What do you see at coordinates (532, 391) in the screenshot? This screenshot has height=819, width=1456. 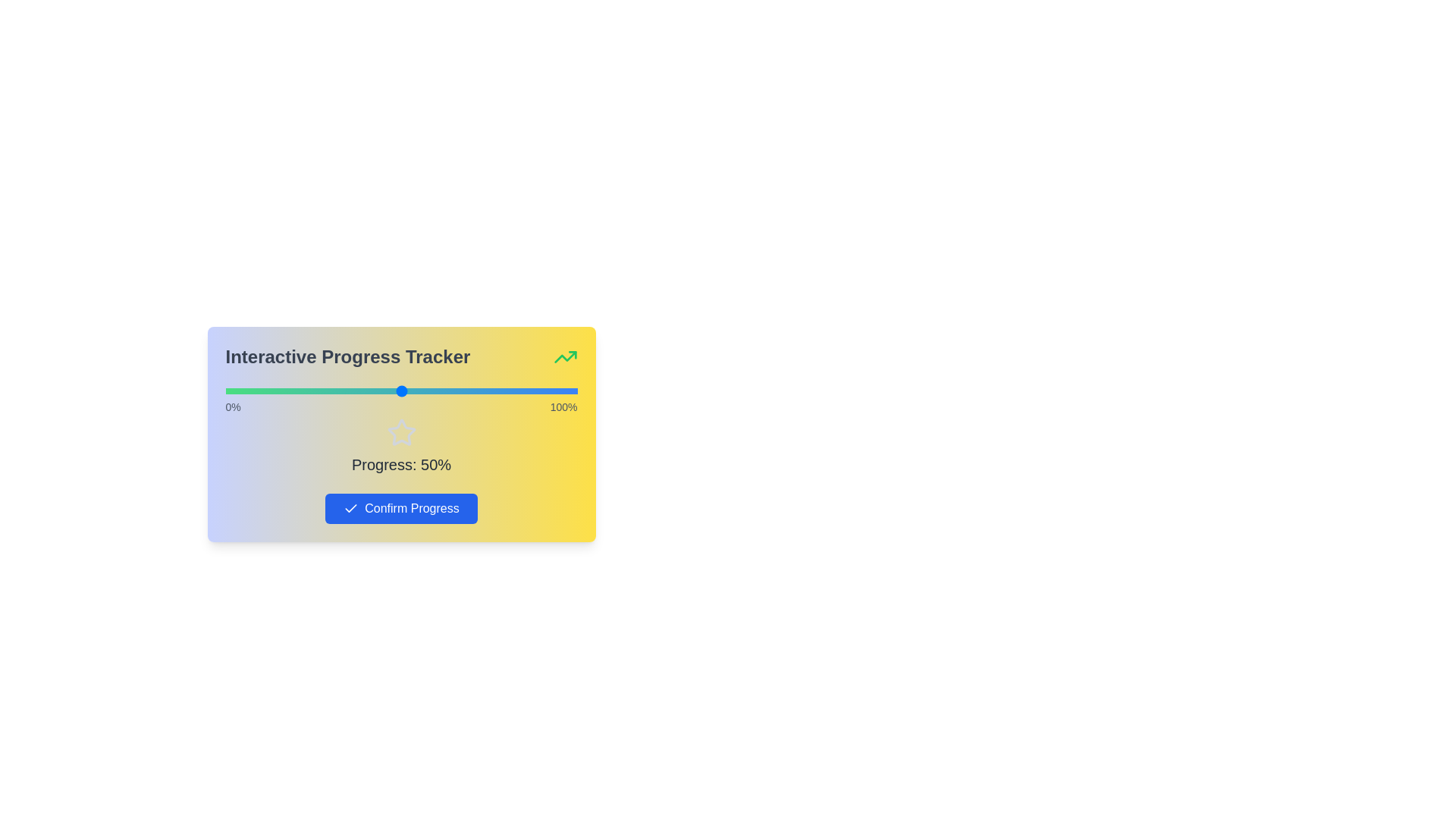 I see `the slider to set the progress percentage to 87` at bounding box center [532, 391].